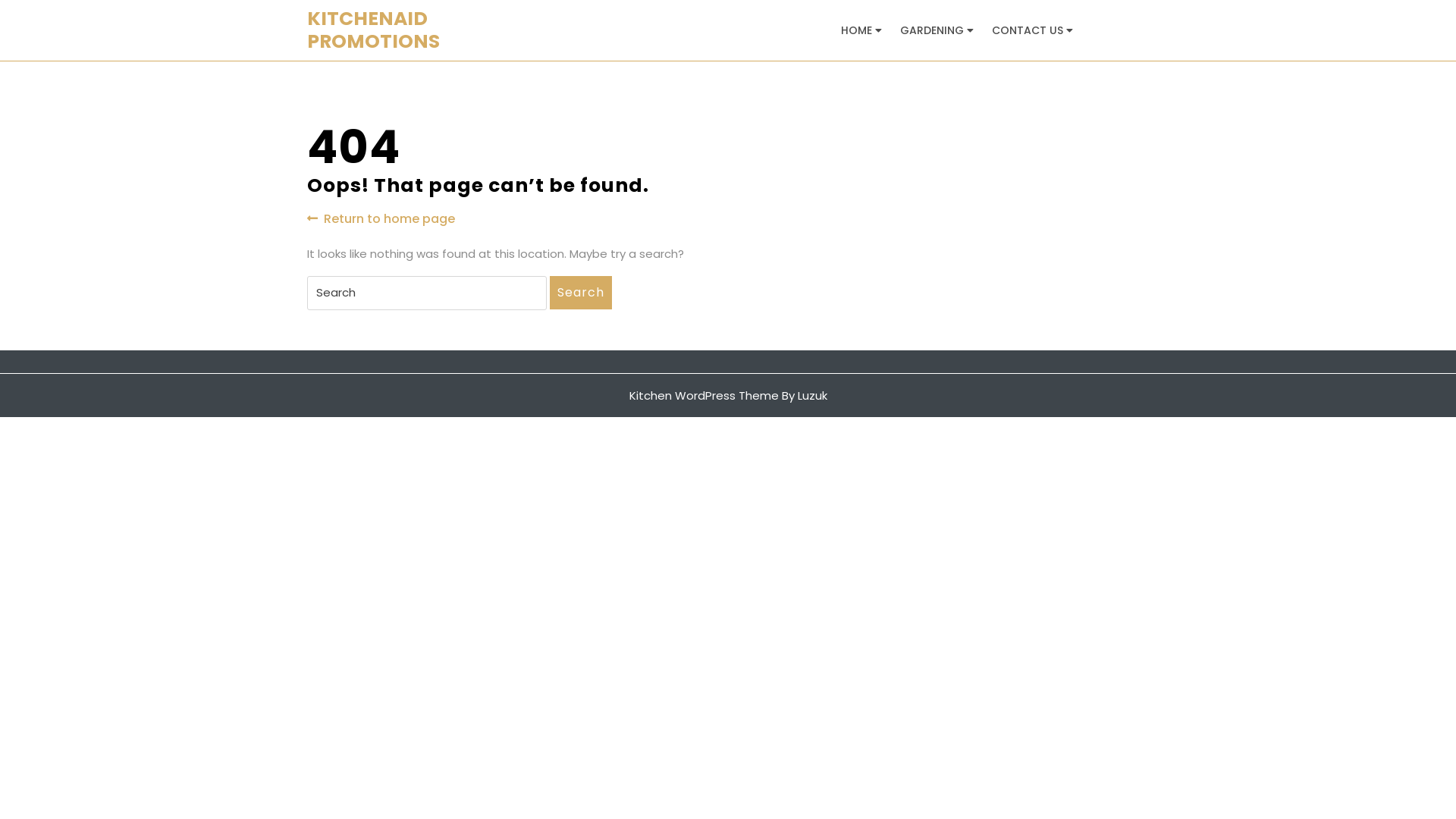  What do you see at coordinates (858, 30) in the screenshot?
I see `'HOME'` at bounding box center [858, 30].